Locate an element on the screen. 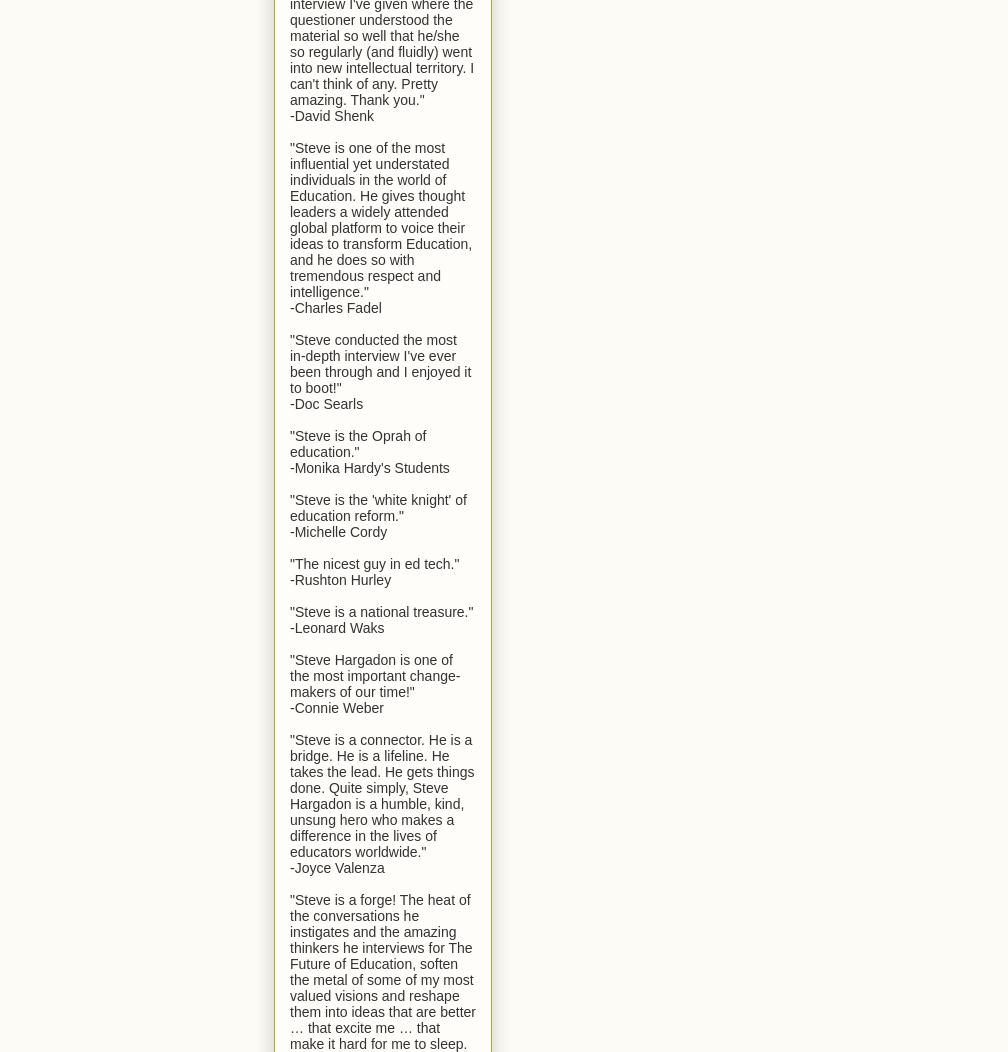 The width and height of the screenshot is (1008, 1052). '-Michelle Cordy' is located at coordinates (338, 531).